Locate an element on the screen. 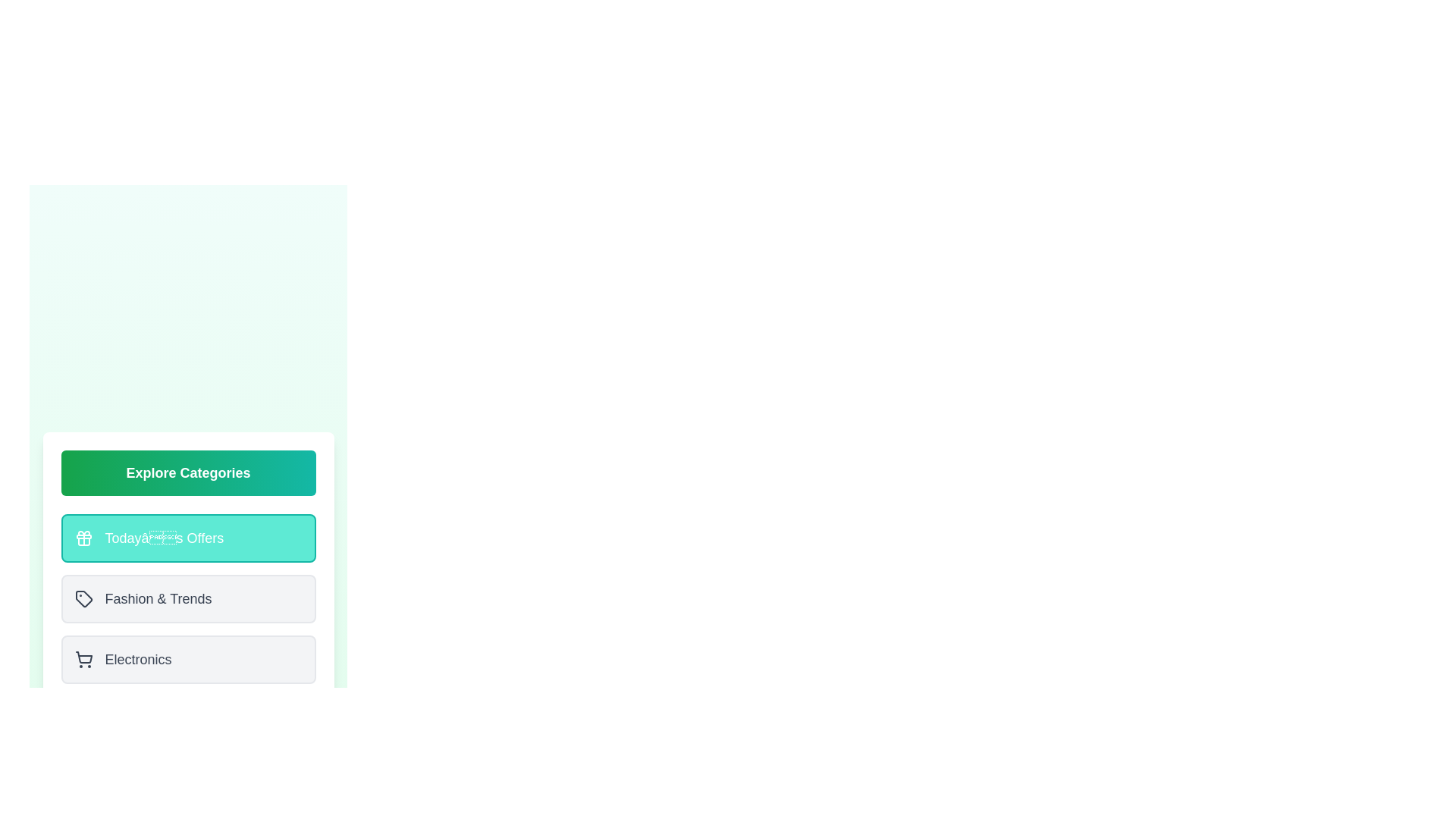  the tile corresponding to the category Today’s Offers to select it is located at coordinates (187, 537).